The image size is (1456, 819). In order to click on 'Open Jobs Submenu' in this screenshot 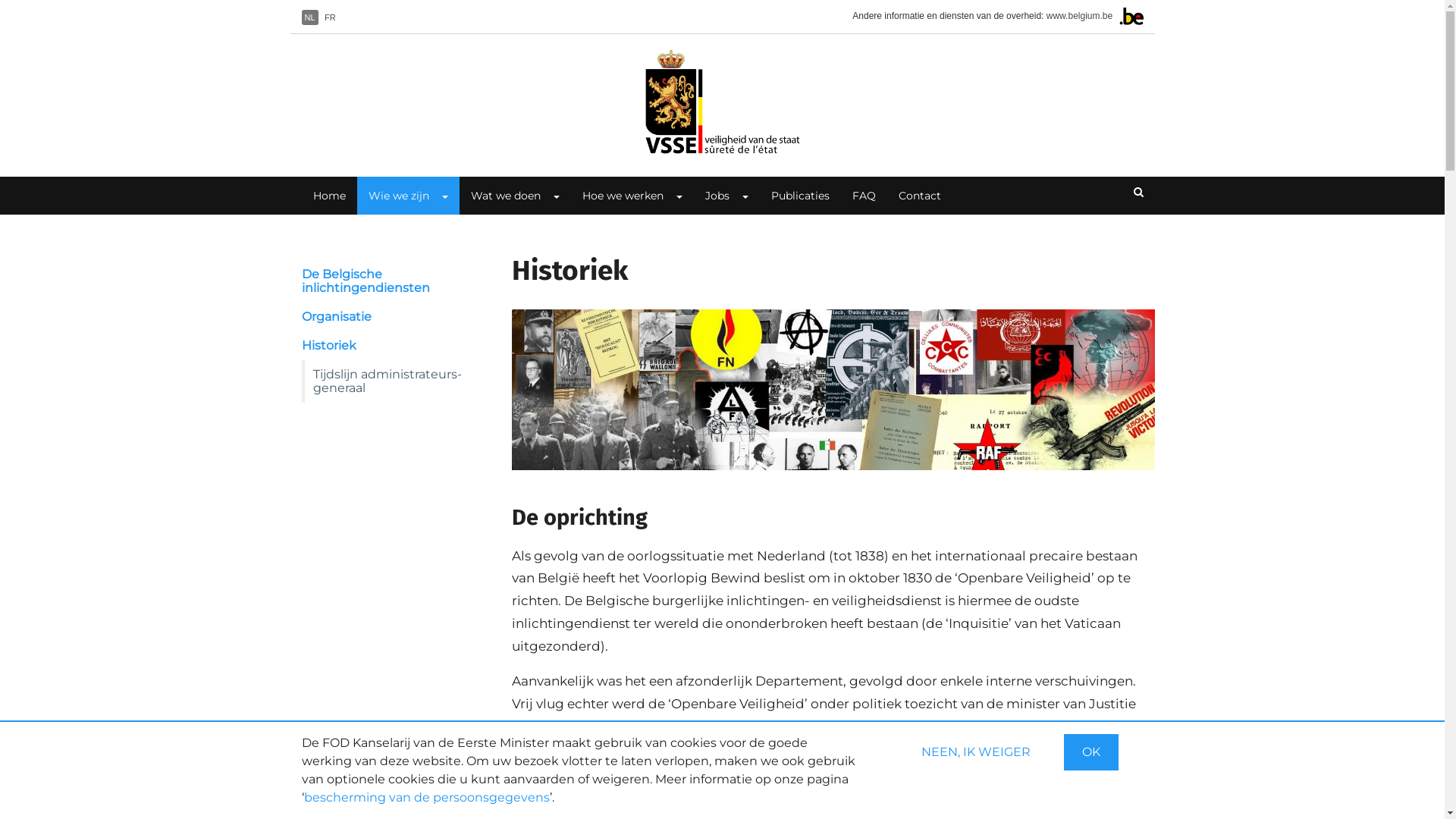, I will do `click(745, 195)`.